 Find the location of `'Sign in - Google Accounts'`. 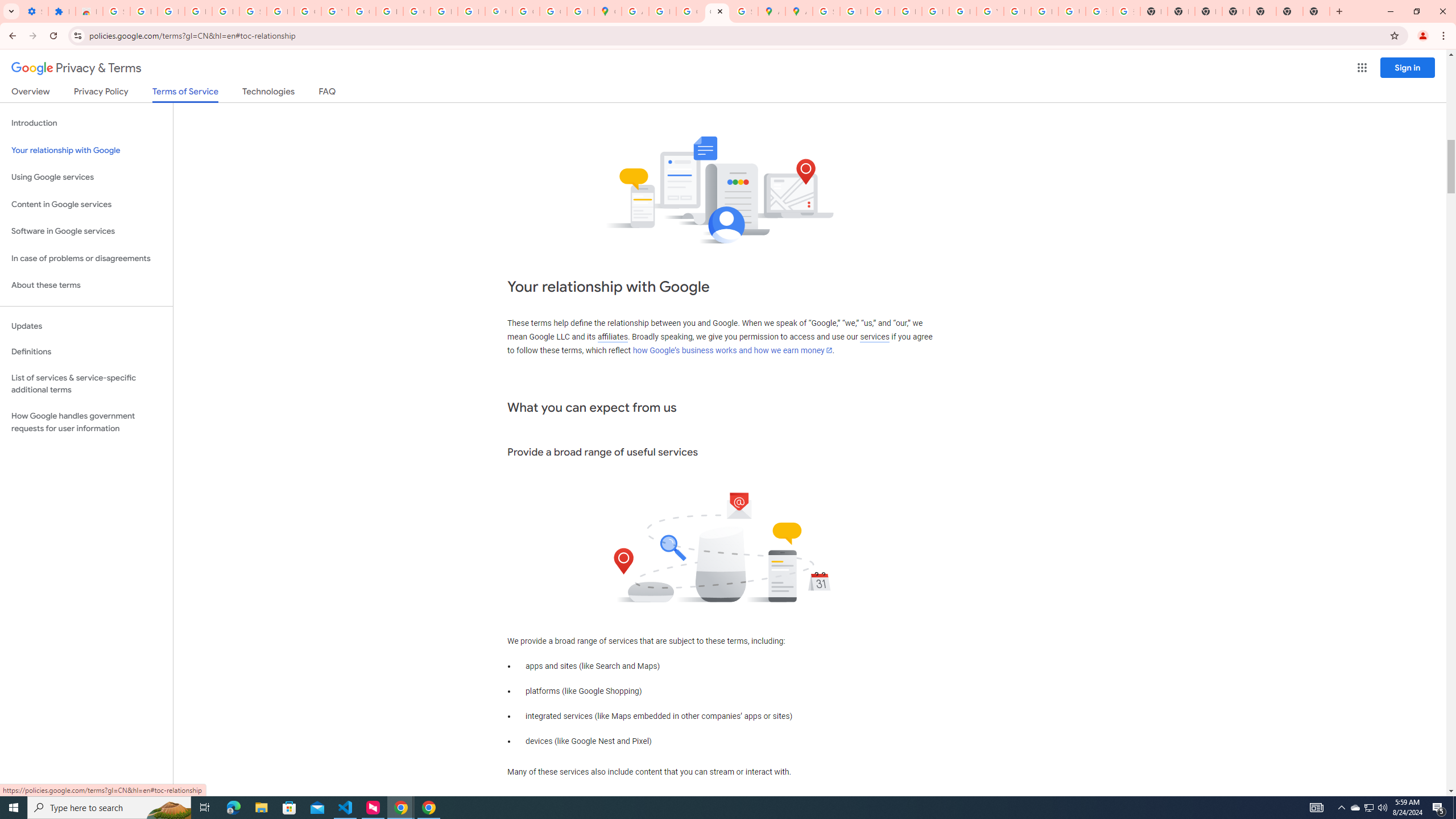

'Sign in - Google Accounts' is located at coordinates (253, 11).